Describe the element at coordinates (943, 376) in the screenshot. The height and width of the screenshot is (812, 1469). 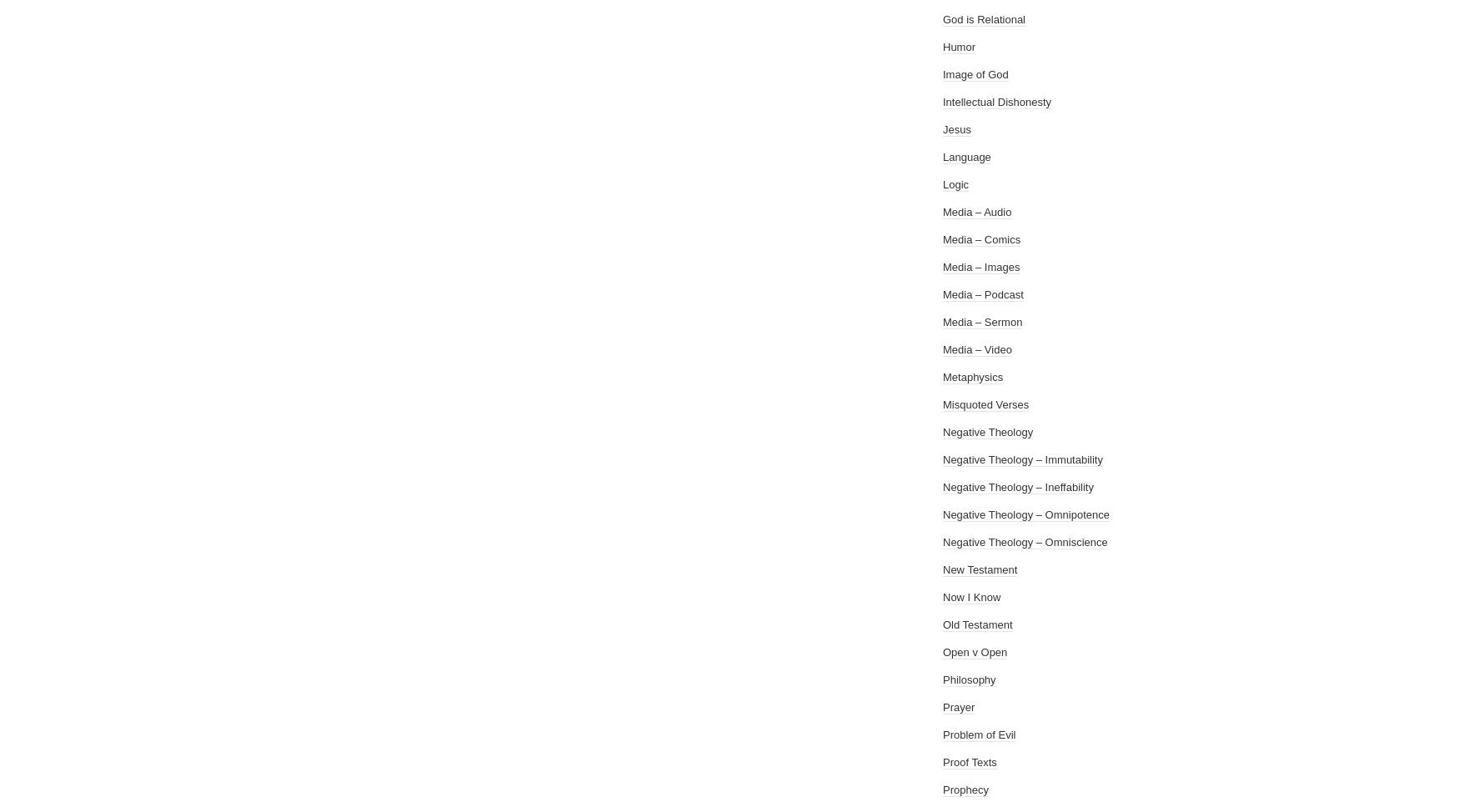
I see `'Metaphysics'` at that location.